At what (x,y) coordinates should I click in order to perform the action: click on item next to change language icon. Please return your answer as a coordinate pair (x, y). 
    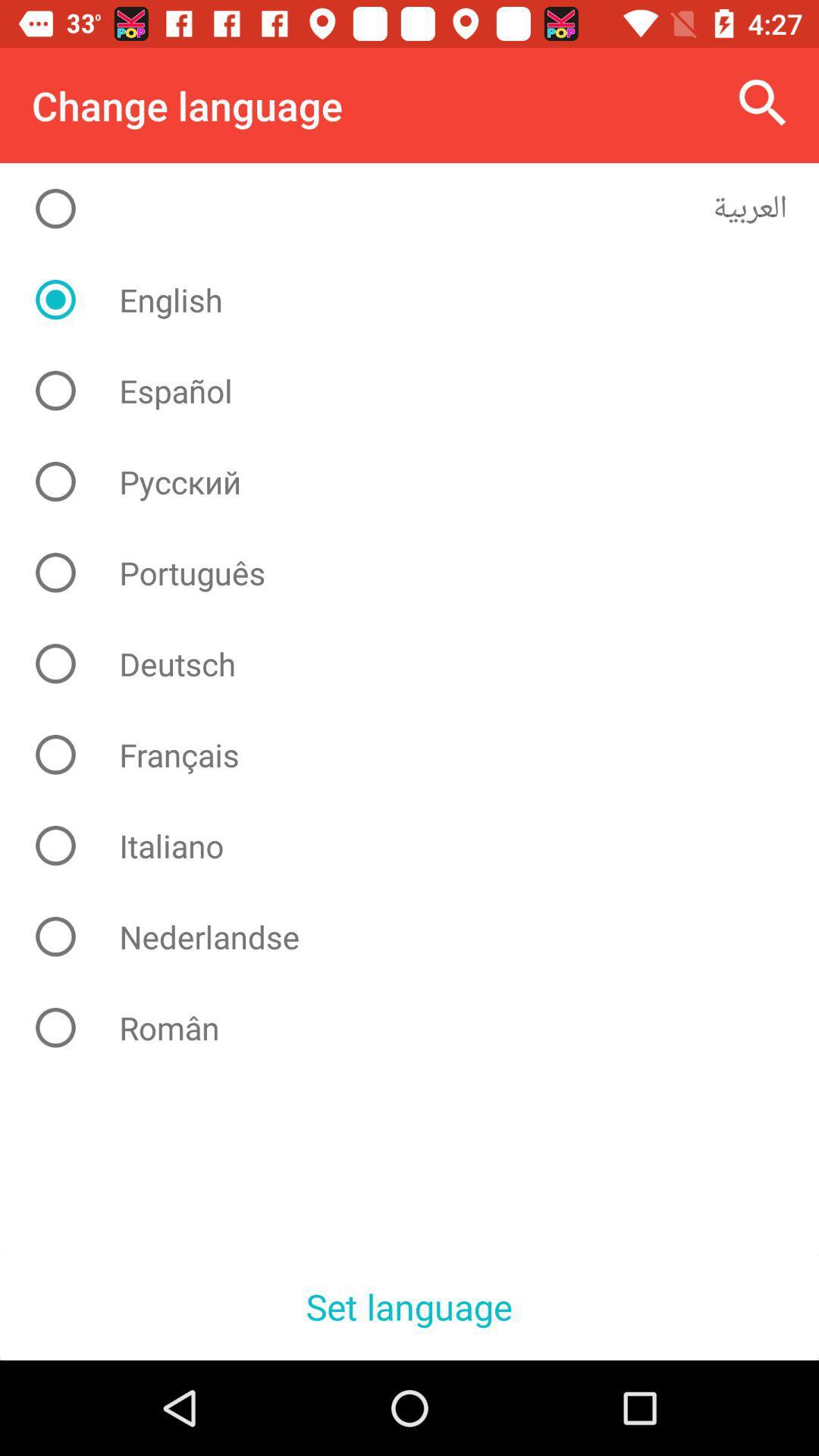
    Looking at the image, I should click on (763, 102).